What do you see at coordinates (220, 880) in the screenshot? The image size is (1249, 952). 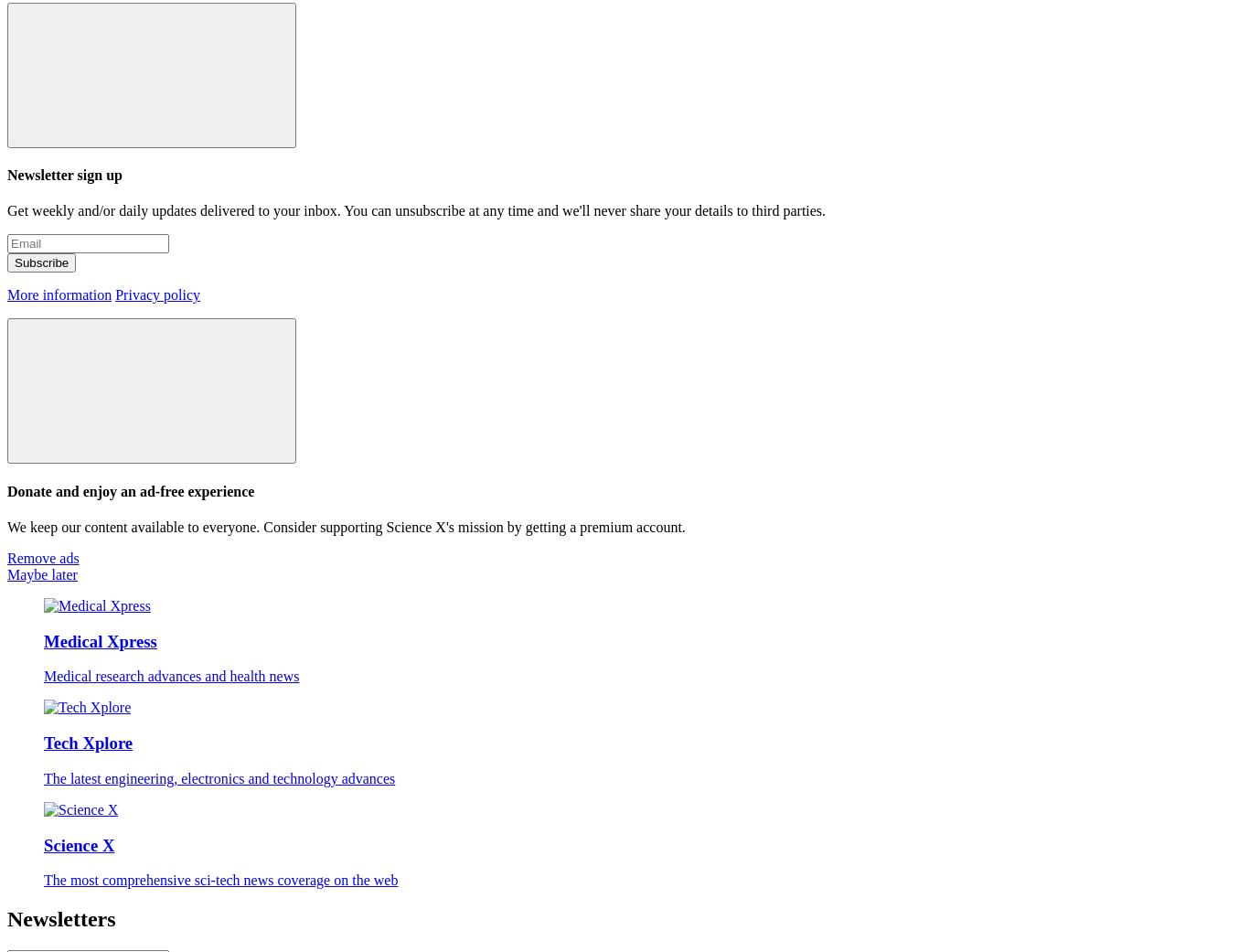 I see `'The most comprehensive sci-tech news coverage on the web'` at bounding box center [220, 880].